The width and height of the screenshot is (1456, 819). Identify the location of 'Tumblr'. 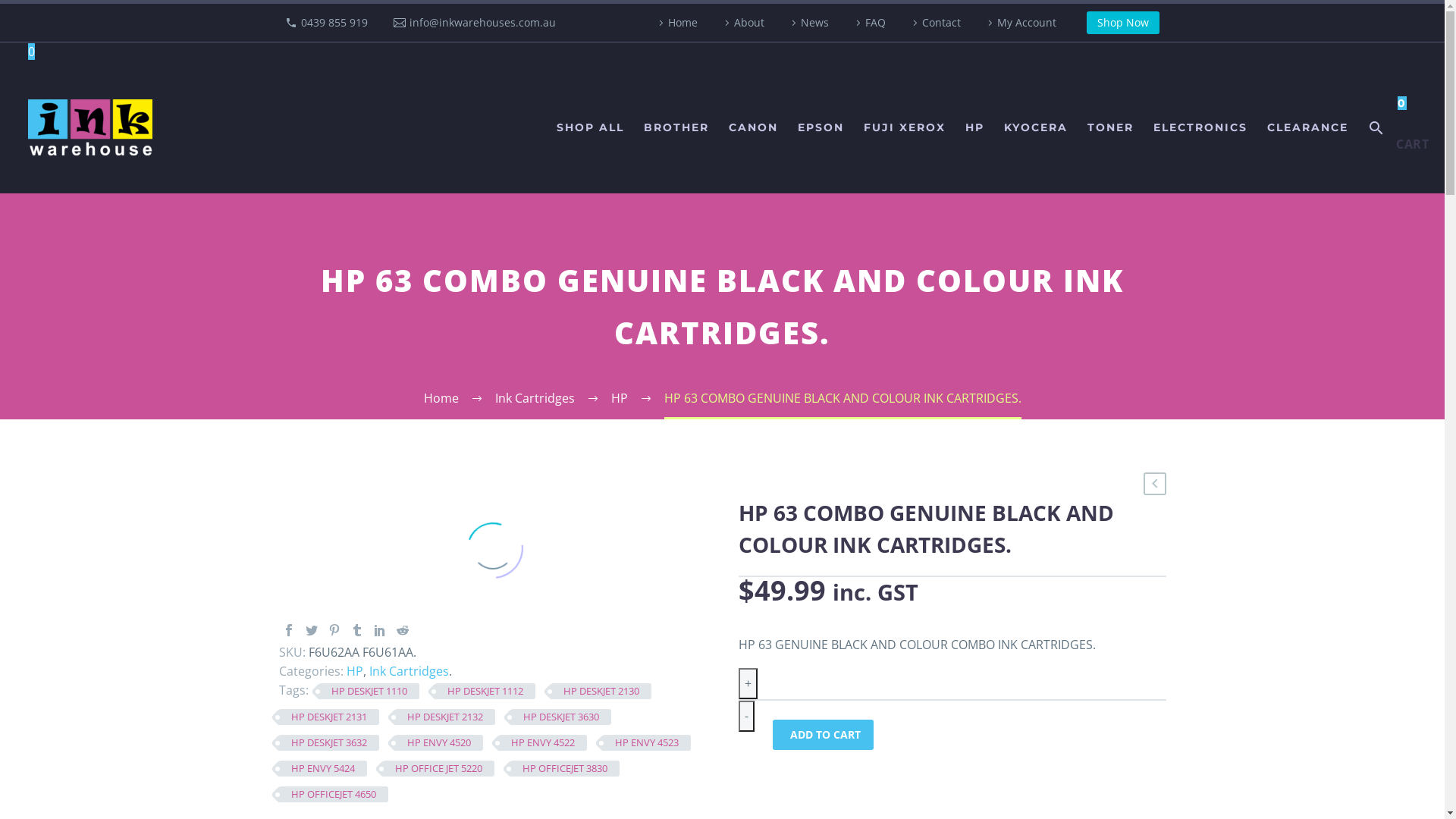
(356, 629).